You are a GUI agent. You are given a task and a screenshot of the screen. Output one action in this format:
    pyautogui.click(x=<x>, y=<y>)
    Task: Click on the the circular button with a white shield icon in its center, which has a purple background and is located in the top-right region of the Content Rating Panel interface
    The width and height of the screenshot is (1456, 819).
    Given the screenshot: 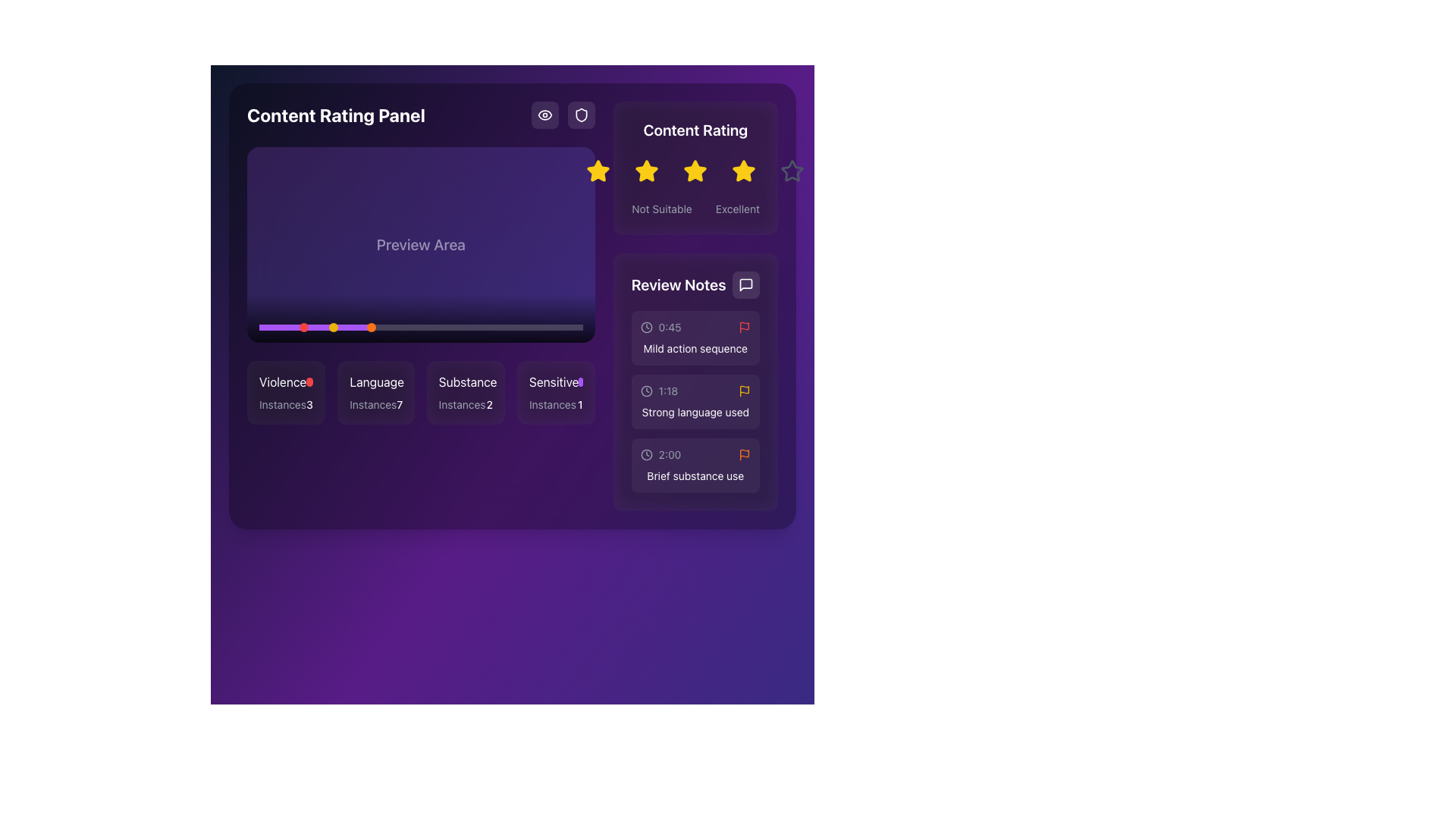 What is the action you would take?
    pyautogui.click(x=580, y=114)
    